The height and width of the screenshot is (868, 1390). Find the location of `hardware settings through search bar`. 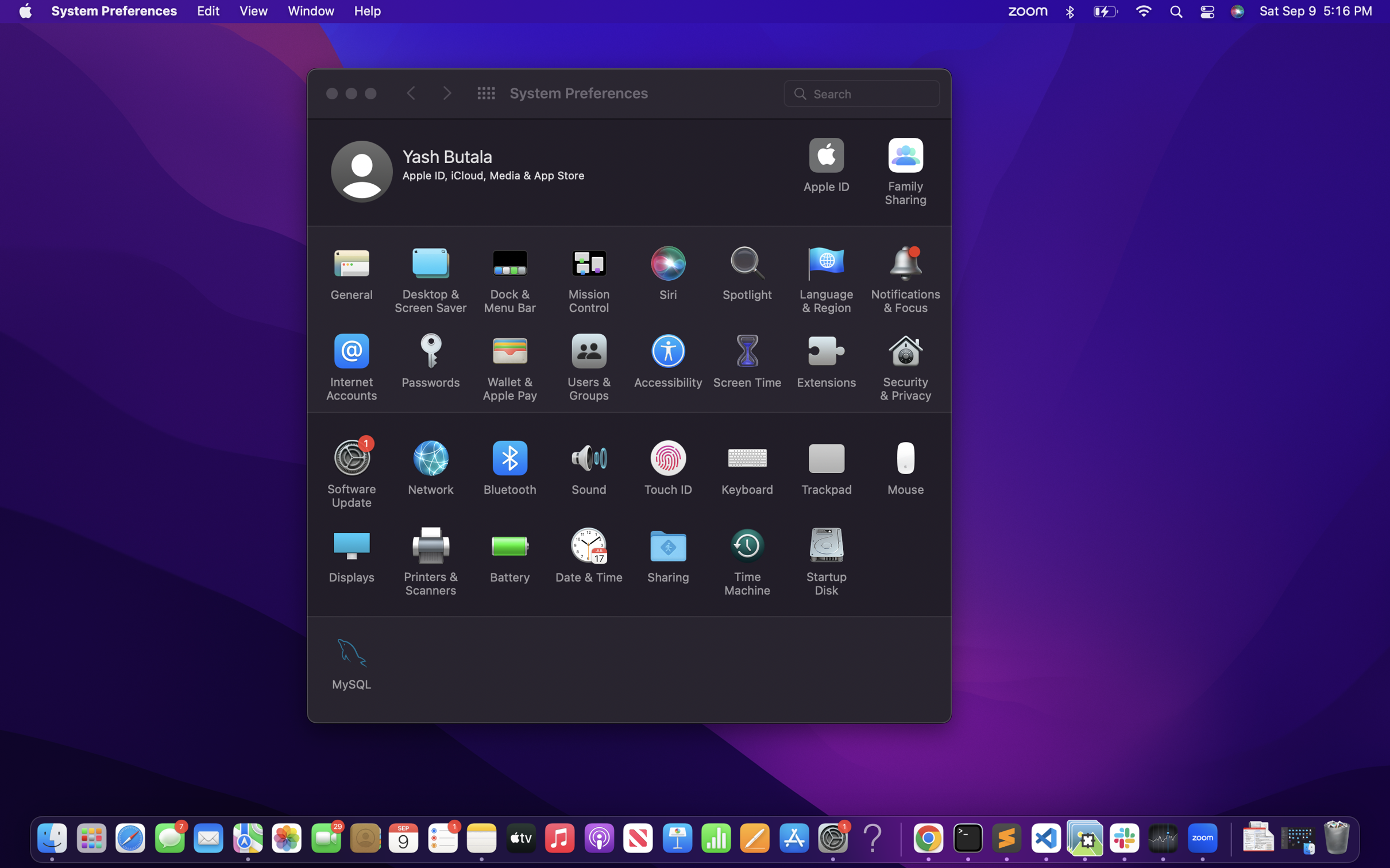

hardware settings through search bar is located at coordinates (863, 92).